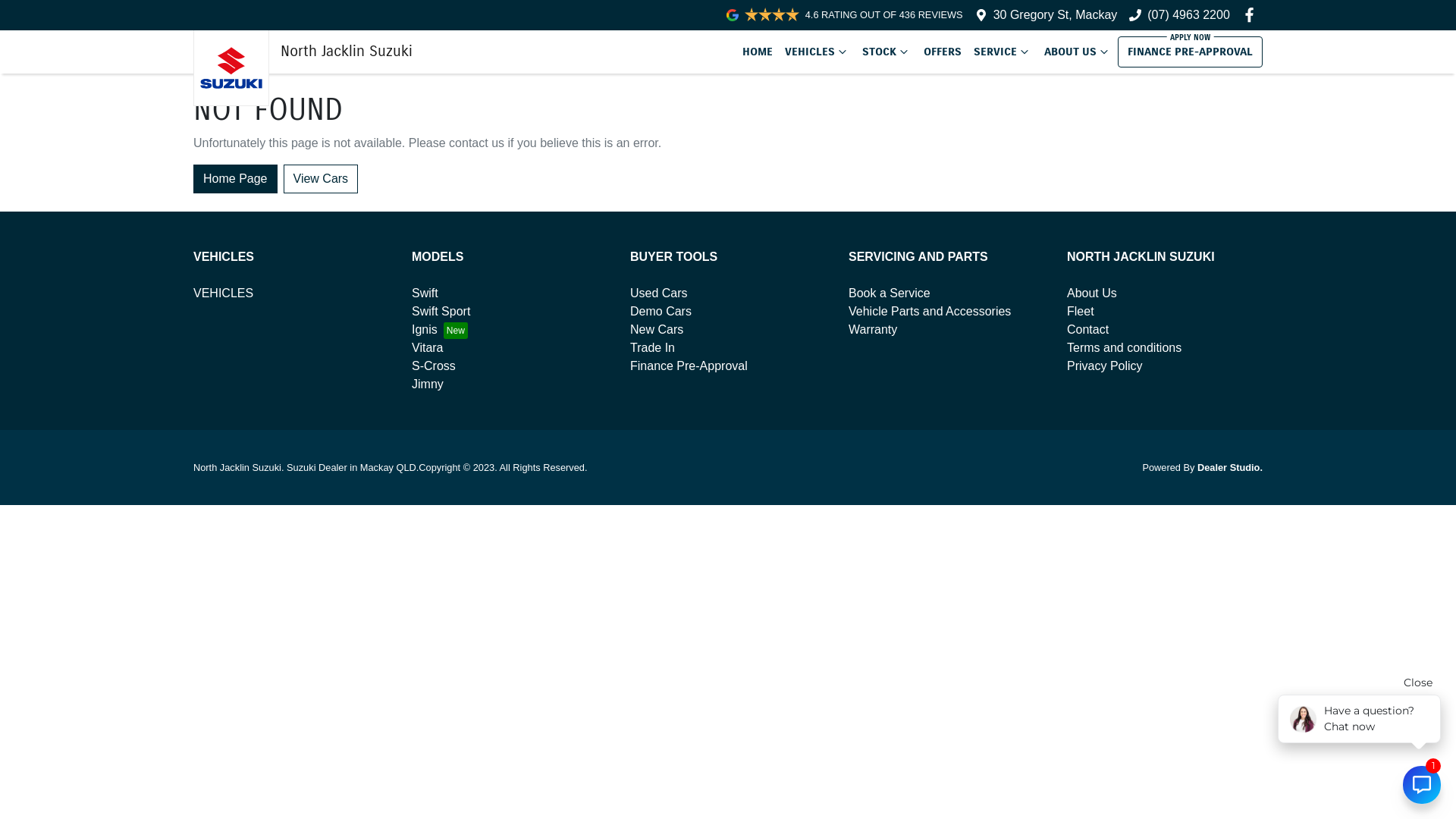  Describe the element at coordinates (847, 310) in the screenshot. I see `'Vehicle Parts and Accessories'` at that location.